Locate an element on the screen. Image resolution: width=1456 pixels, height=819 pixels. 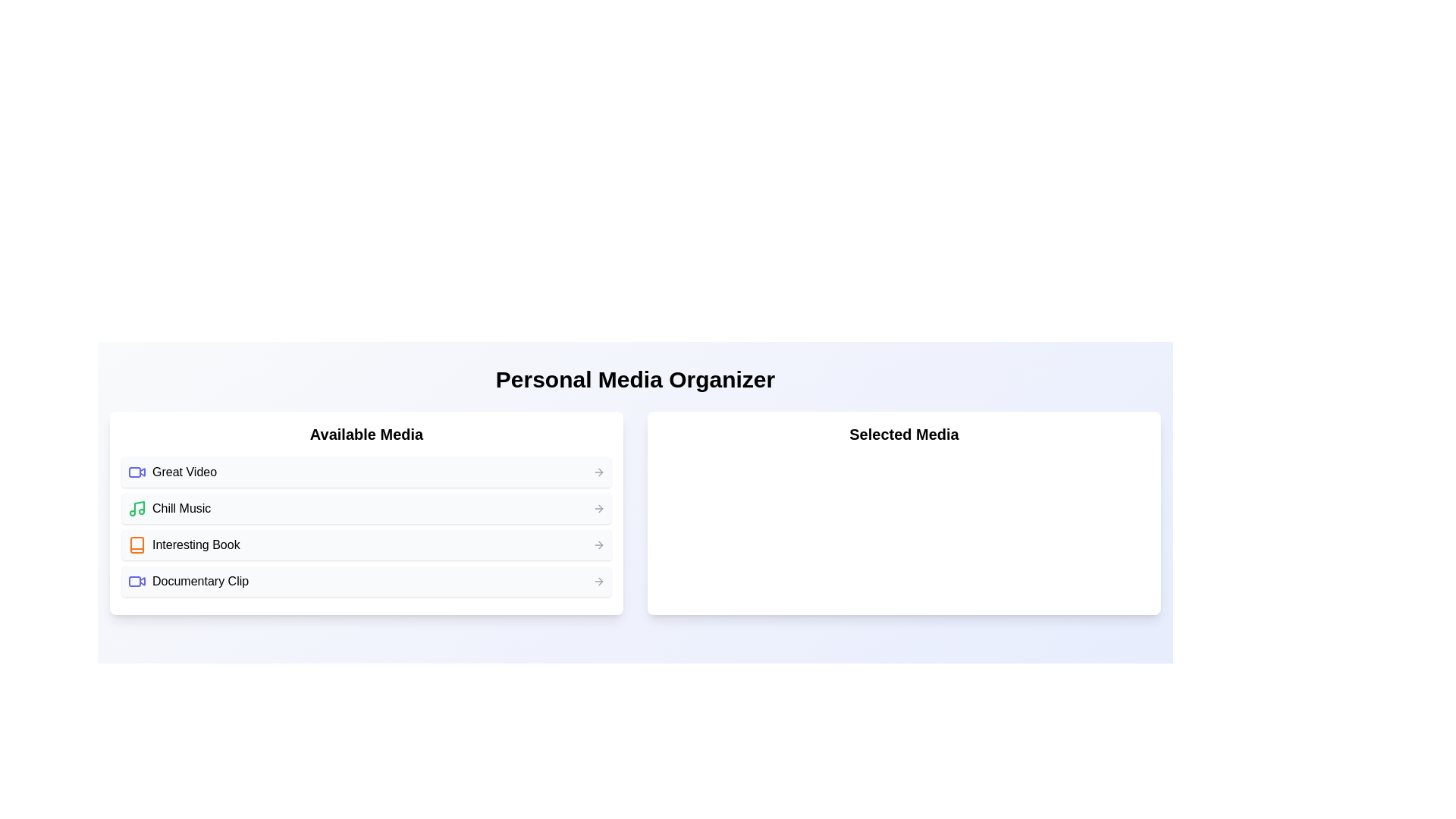
the right-facing arrow icon, which indicates navigation for the 'Chill Music' media item in the 'Available Media' section is located at coordinates (598, 509).